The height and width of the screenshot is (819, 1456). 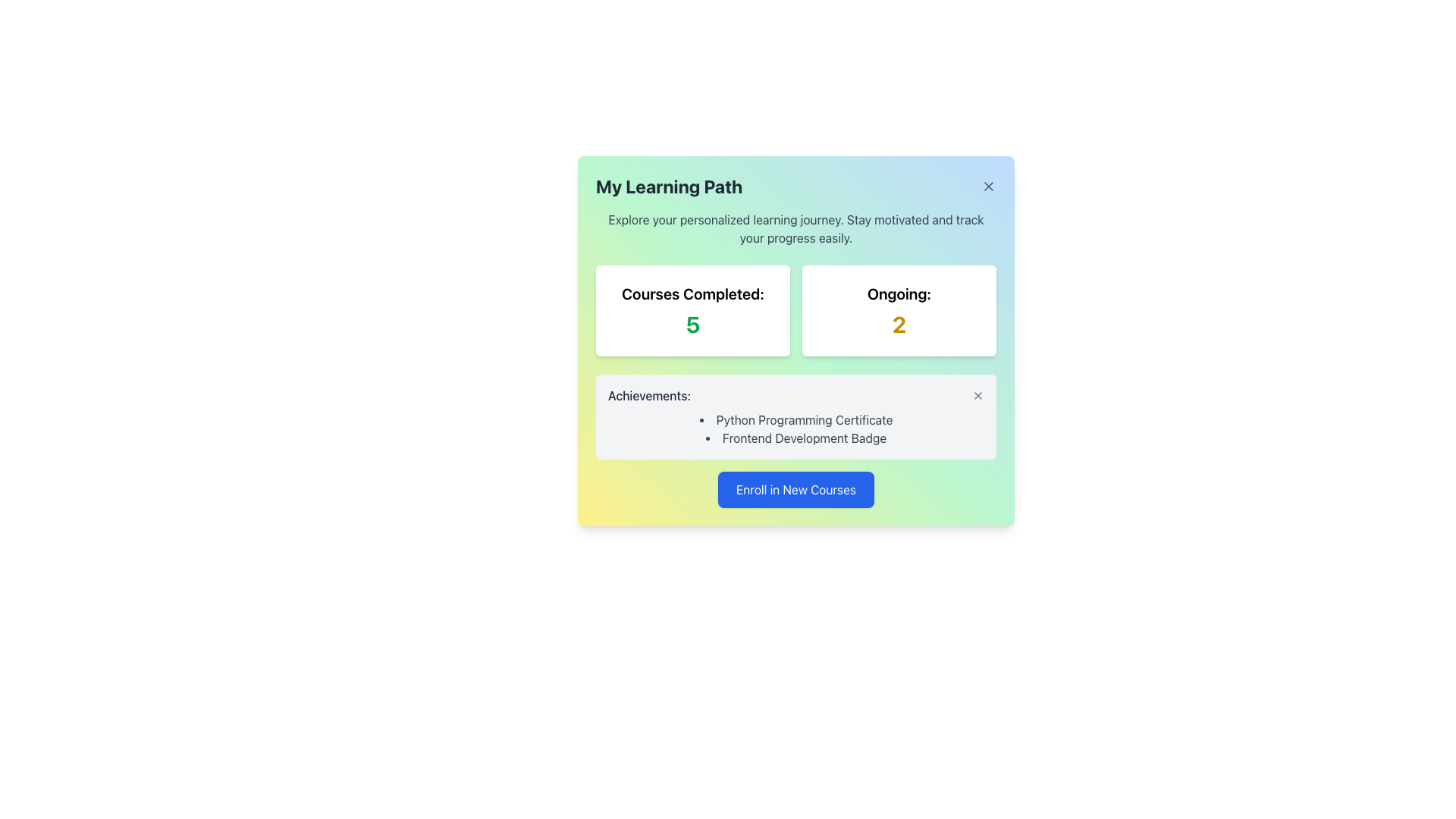 What do you see at coordinates (899, 324) in the screenshot?
I see `the bold numeral '2' styled in yellow font, located in the middle-right section of the progress display card, under the label 'Ongoing:'` at bounding box center [899, 324].